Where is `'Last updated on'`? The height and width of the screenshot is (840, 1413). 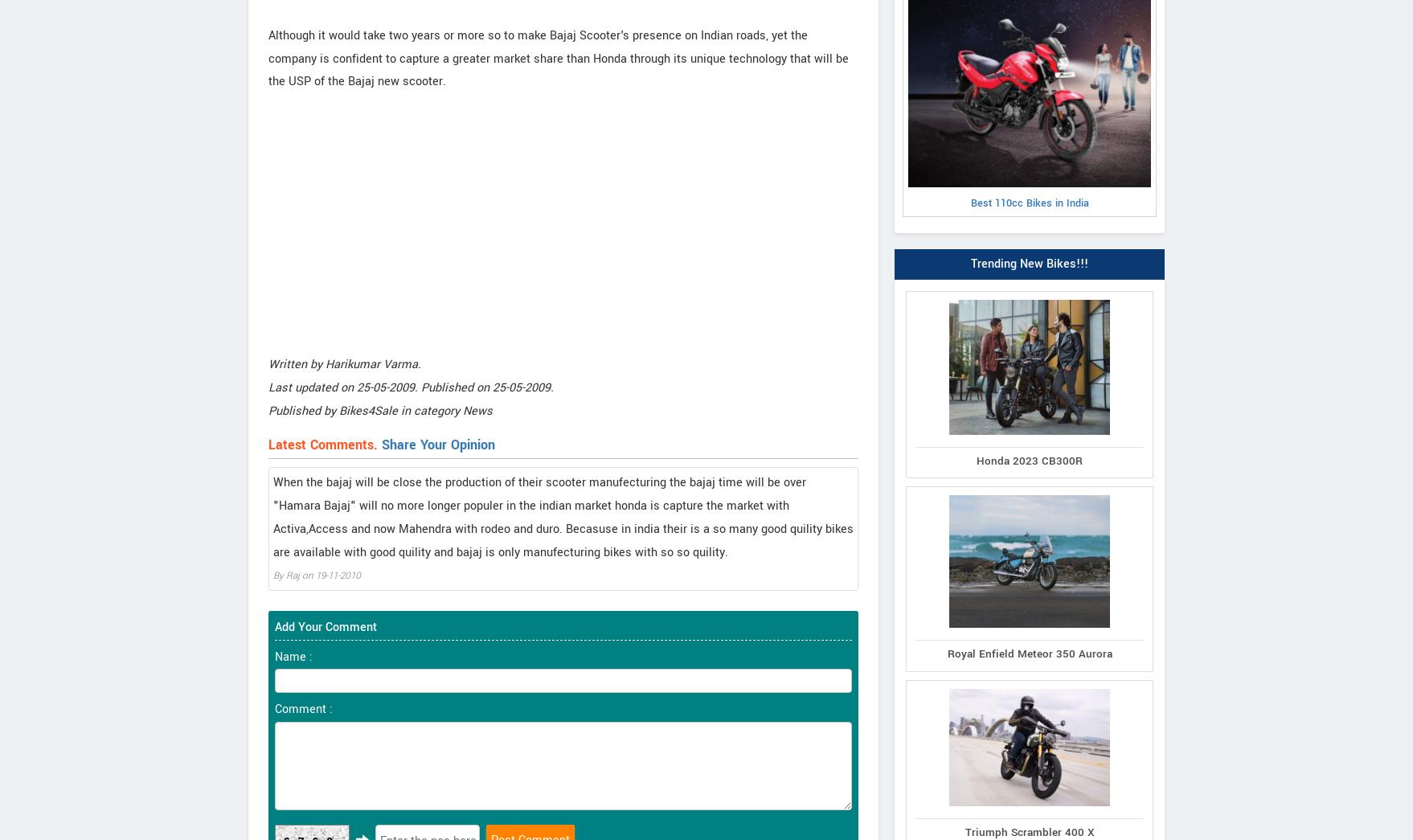 'Last updated on' is located at coordinates (268, 386).